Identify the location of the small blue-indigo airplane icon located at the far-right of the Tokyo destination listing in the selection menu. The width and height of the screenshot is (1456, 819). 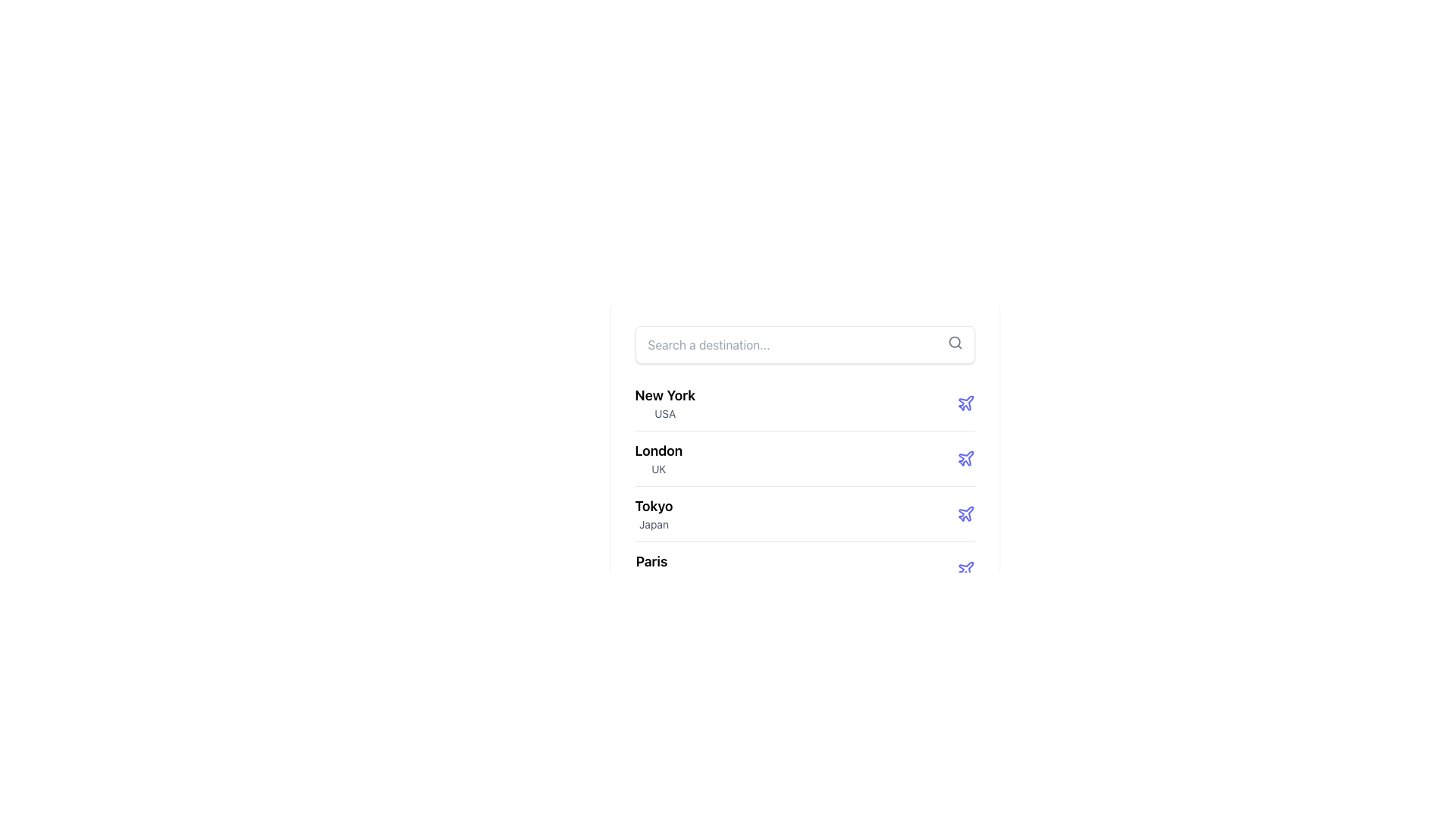
(965, 513).